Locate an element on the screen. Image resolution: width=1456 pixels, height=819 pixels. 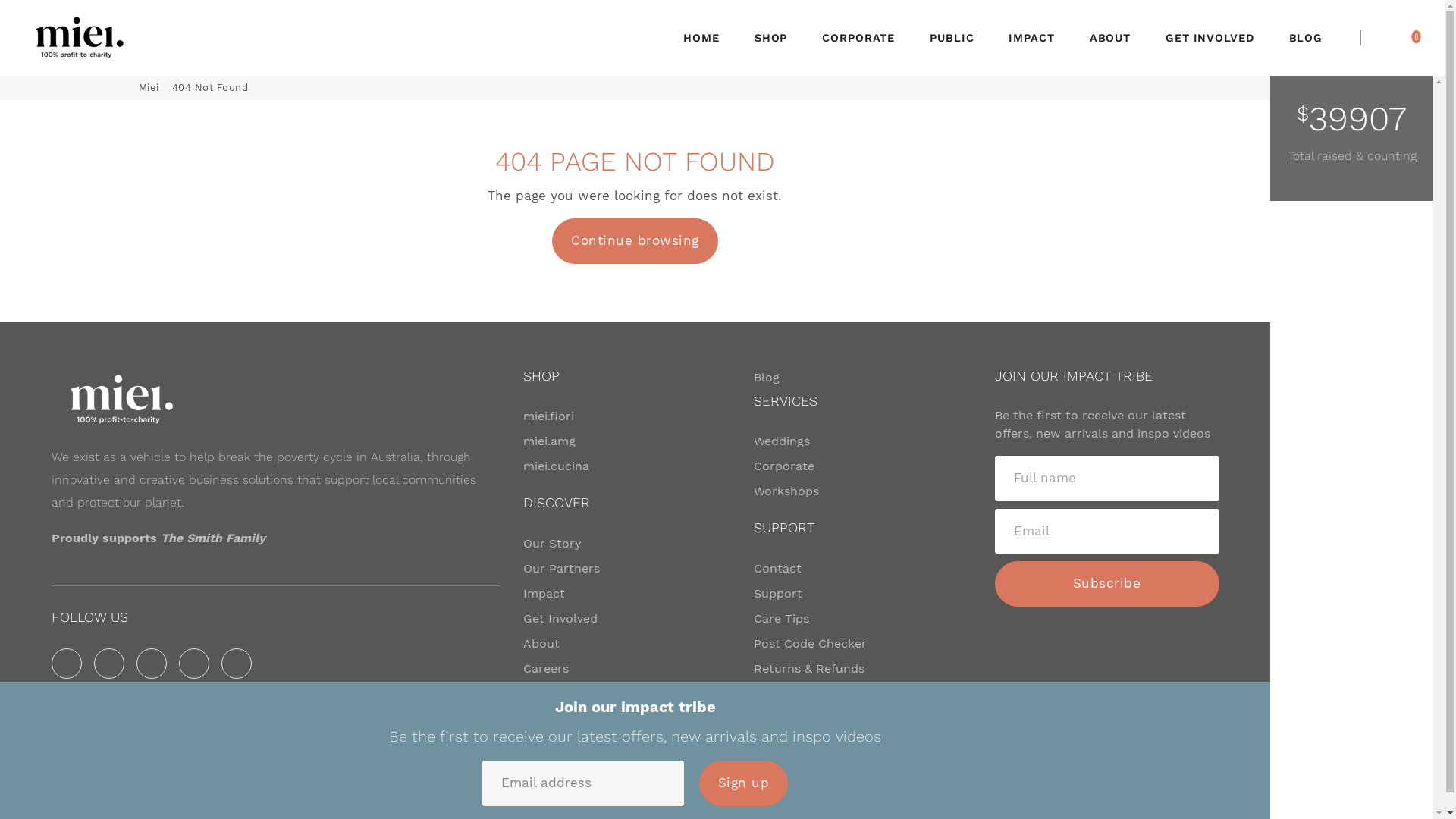
'Support' is located at coordinates (753, 593).